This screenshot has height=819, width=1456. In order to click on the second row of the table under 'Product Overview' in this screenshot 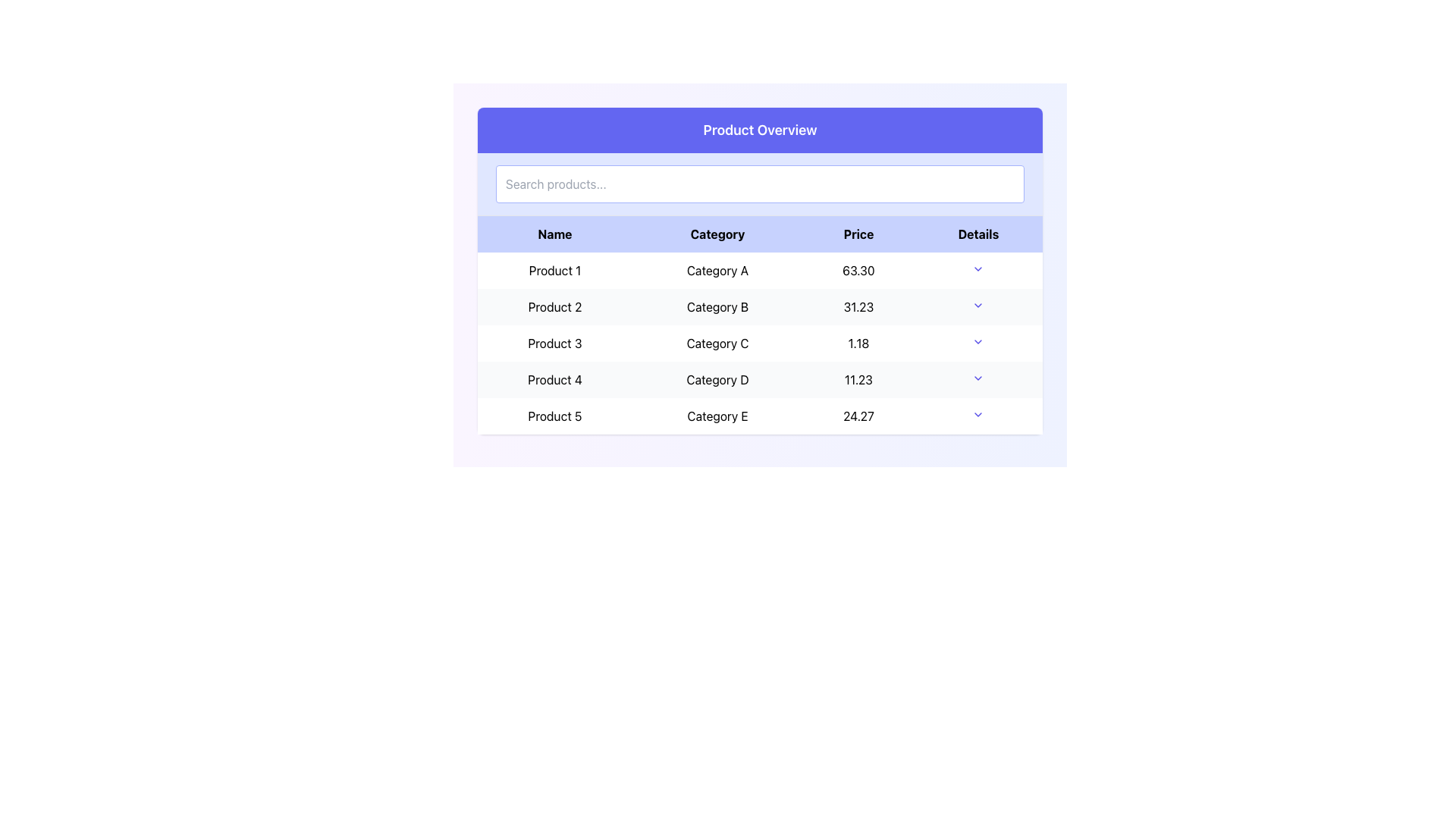, I will do `click(760, 307)`.